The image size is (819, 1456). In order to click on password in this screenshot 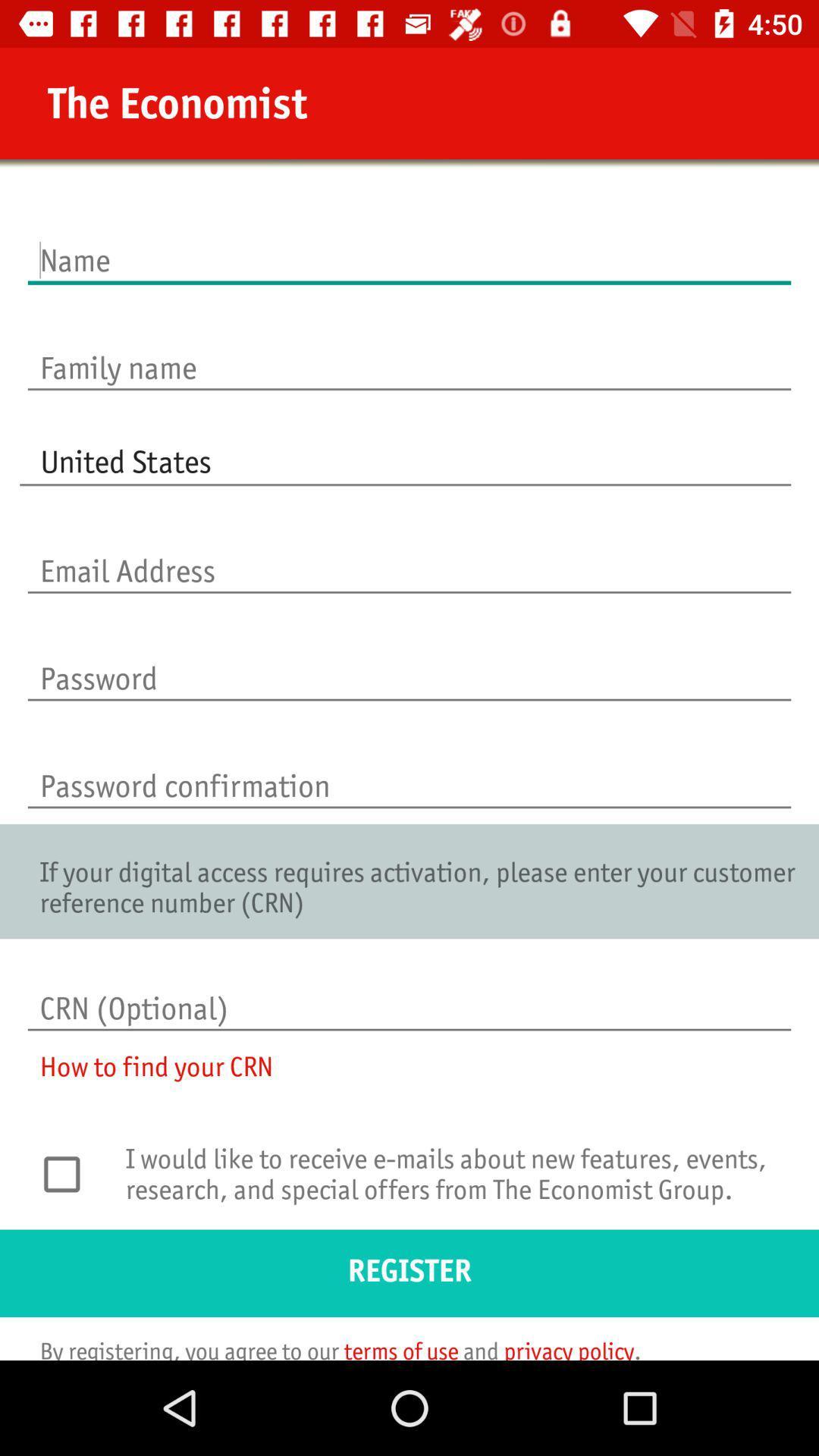, I will do `click(409, 663)`.